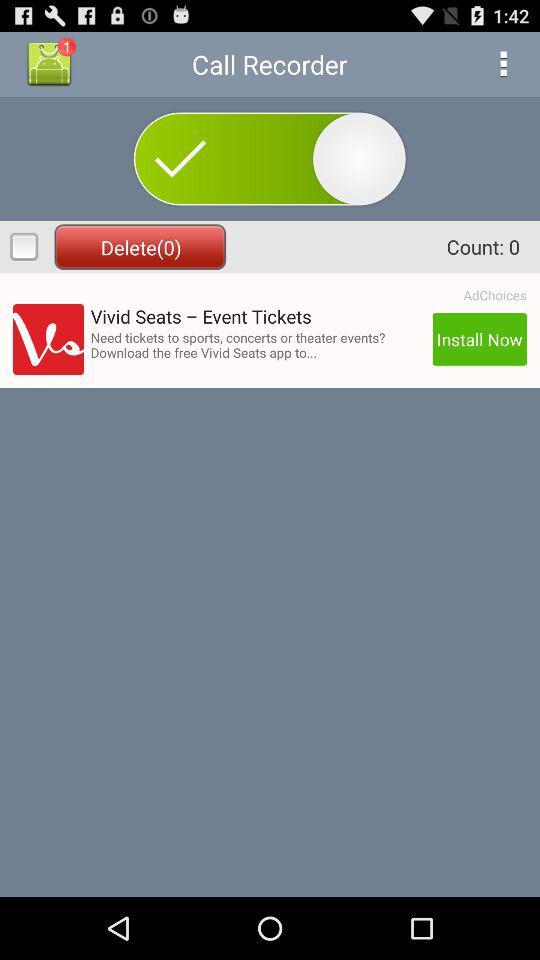 This screenshot has width=540, height=960. Describe the element at coordinates (269, 157) in the screenshot. I see `icon below the call recorder` at that location.